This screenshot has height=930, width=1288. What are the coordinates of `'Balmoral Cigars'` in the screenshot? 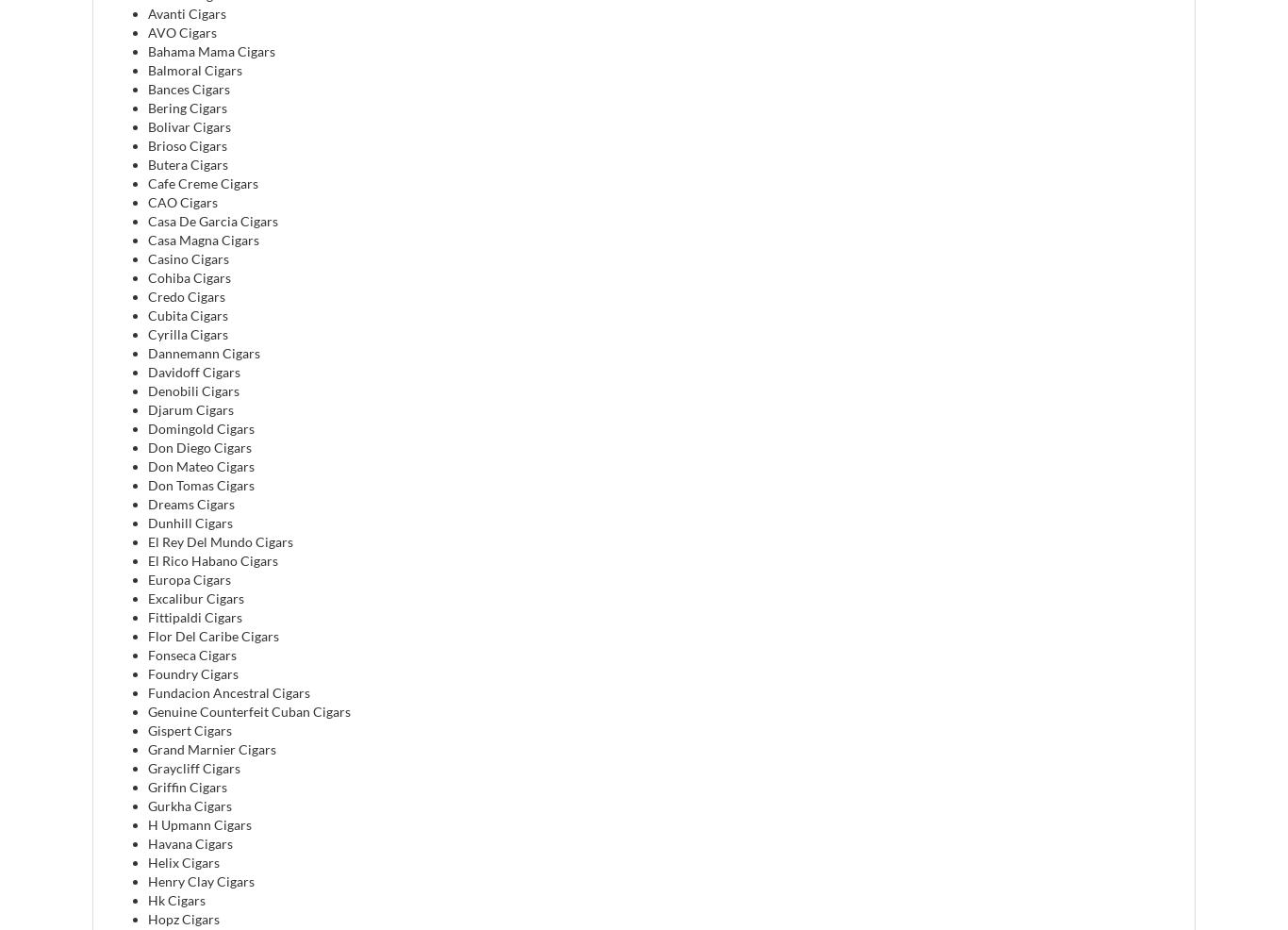 It's located at (193, 68).